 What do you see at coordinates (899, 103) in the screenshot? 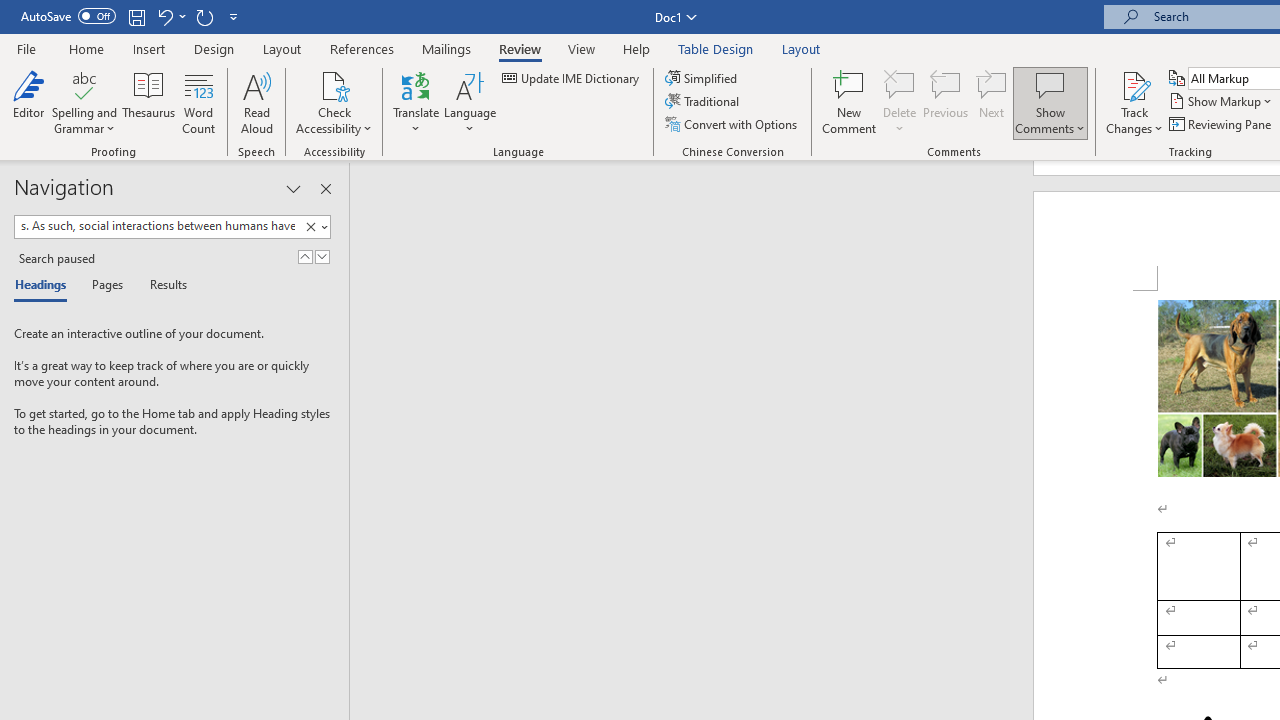
I see `'Delete'` at bounding box center [899, 103].